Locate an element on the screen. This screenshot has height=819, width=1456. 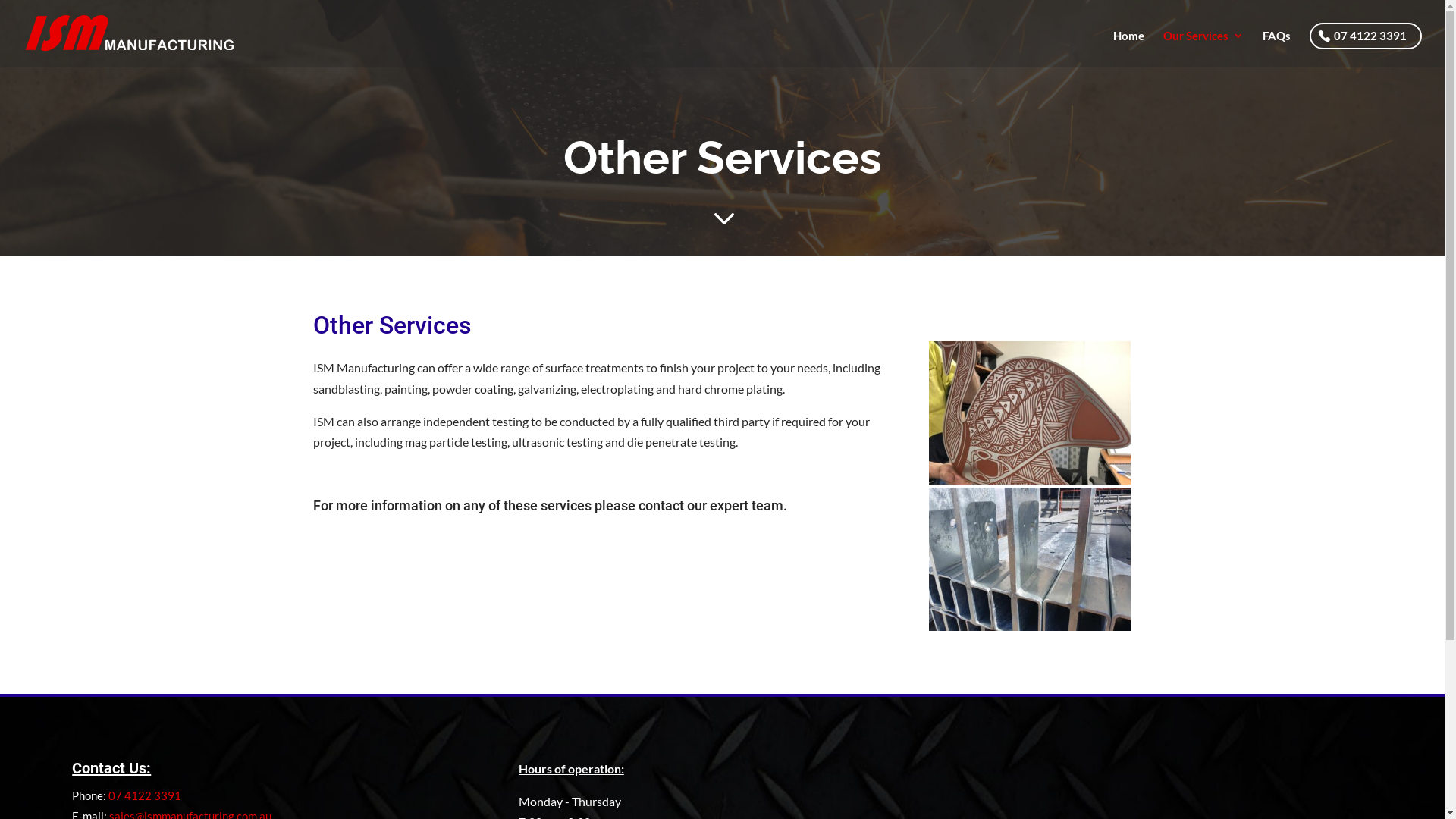
'FAQs' is located at coordinates (1276, 45).